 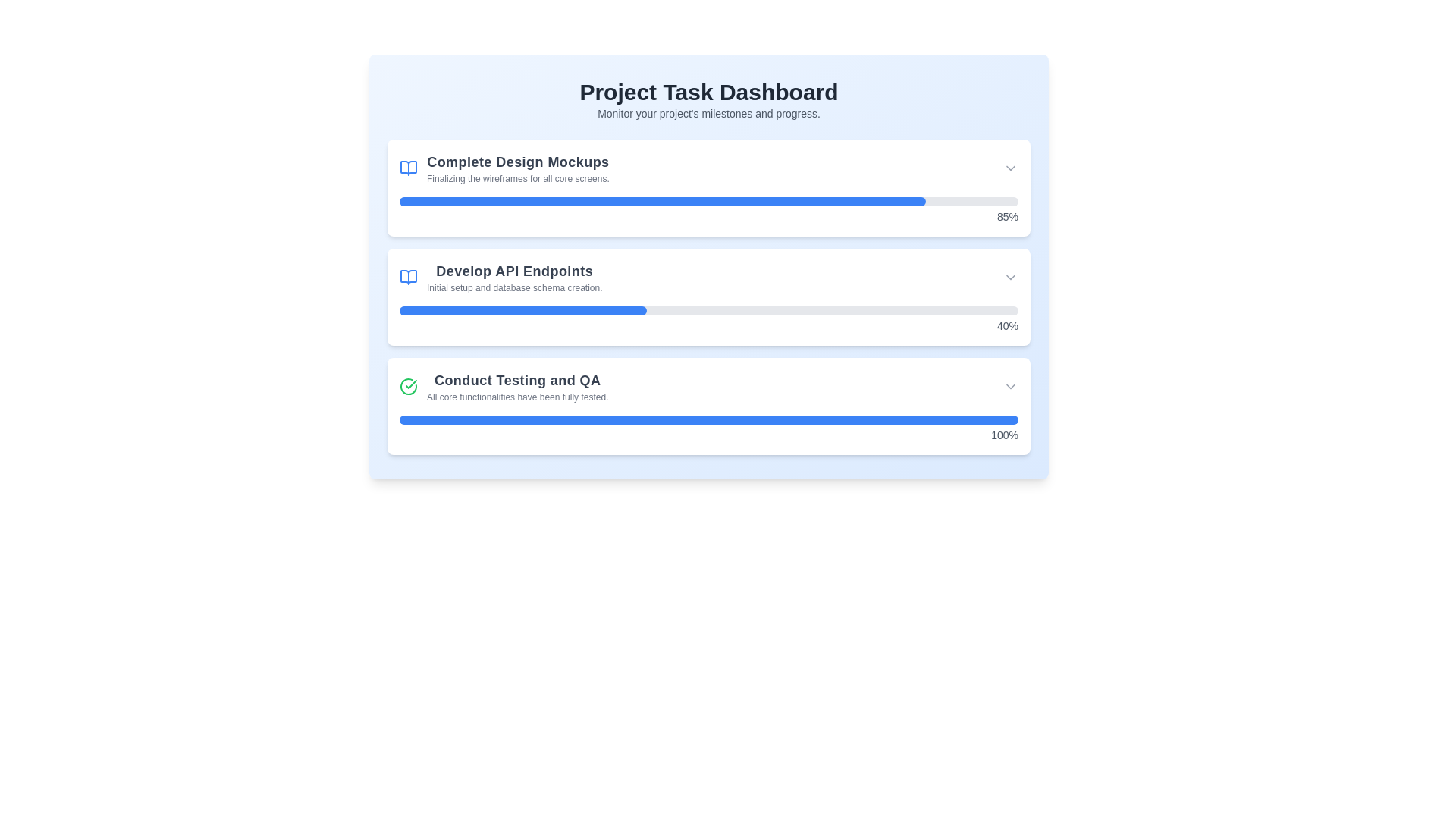 I want to click on the text label that reads 'Complete Design Mockups', which is styled with a larger font size, bold weight, and dark gray color at the top of a progress card, so click(x=518, y=162).